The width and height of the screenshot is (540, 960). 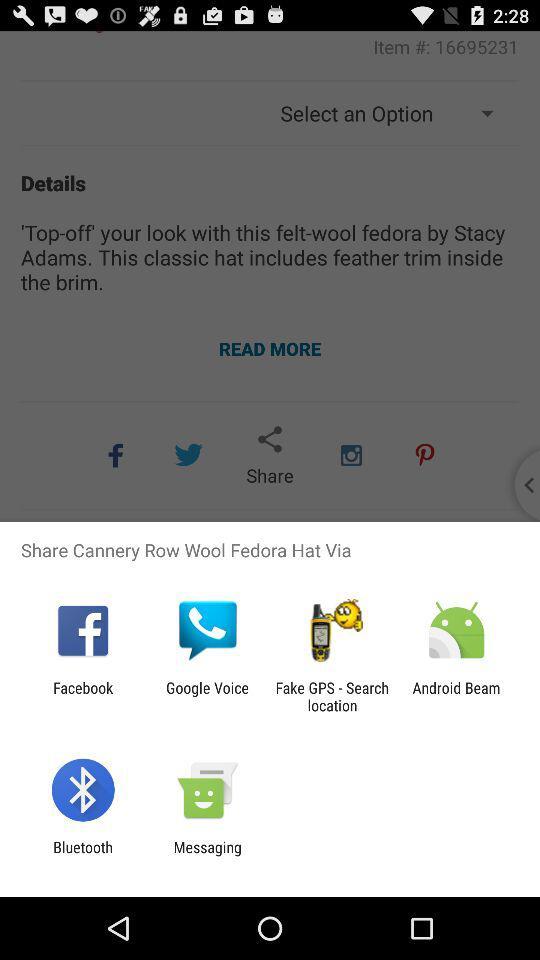 I want to click on the app next to google voice, so click(x=332, y=696).